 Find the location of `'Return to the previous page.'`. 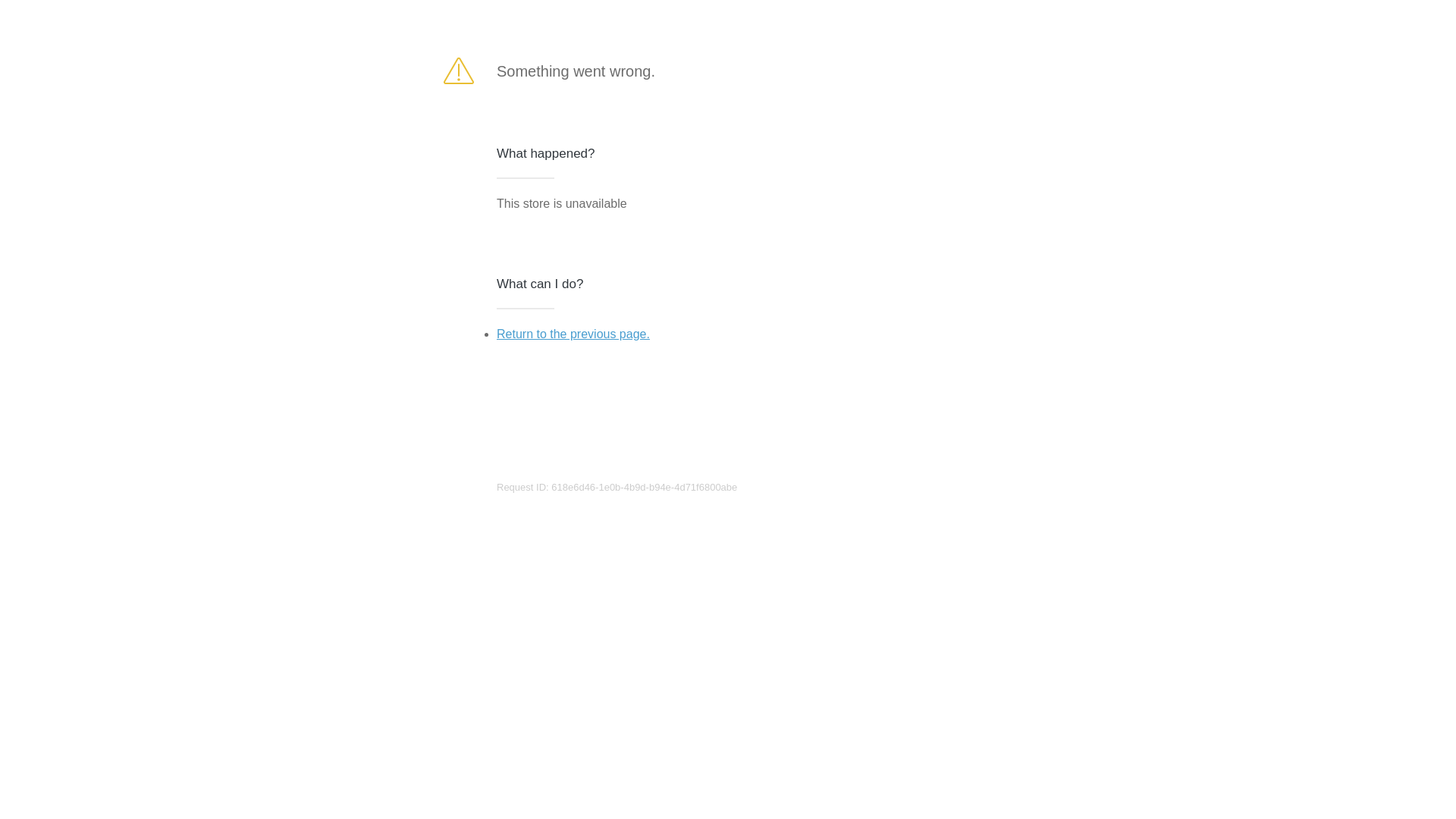

'Return to the previous page.' is located at coordinates (496, 333).